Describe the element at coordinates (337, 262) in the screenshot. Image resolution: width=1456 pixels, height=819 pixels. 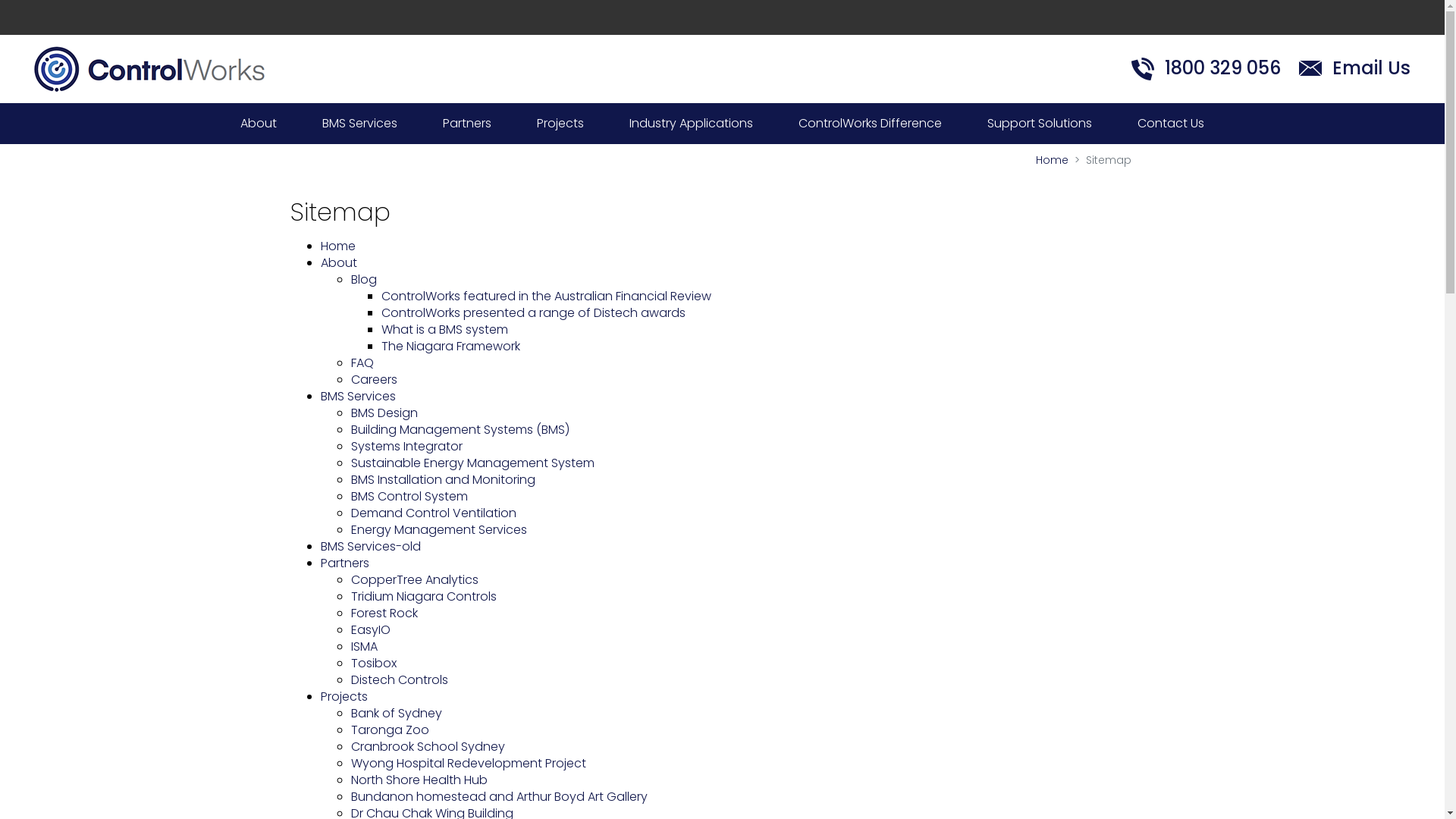
I see `'About'` at that location.